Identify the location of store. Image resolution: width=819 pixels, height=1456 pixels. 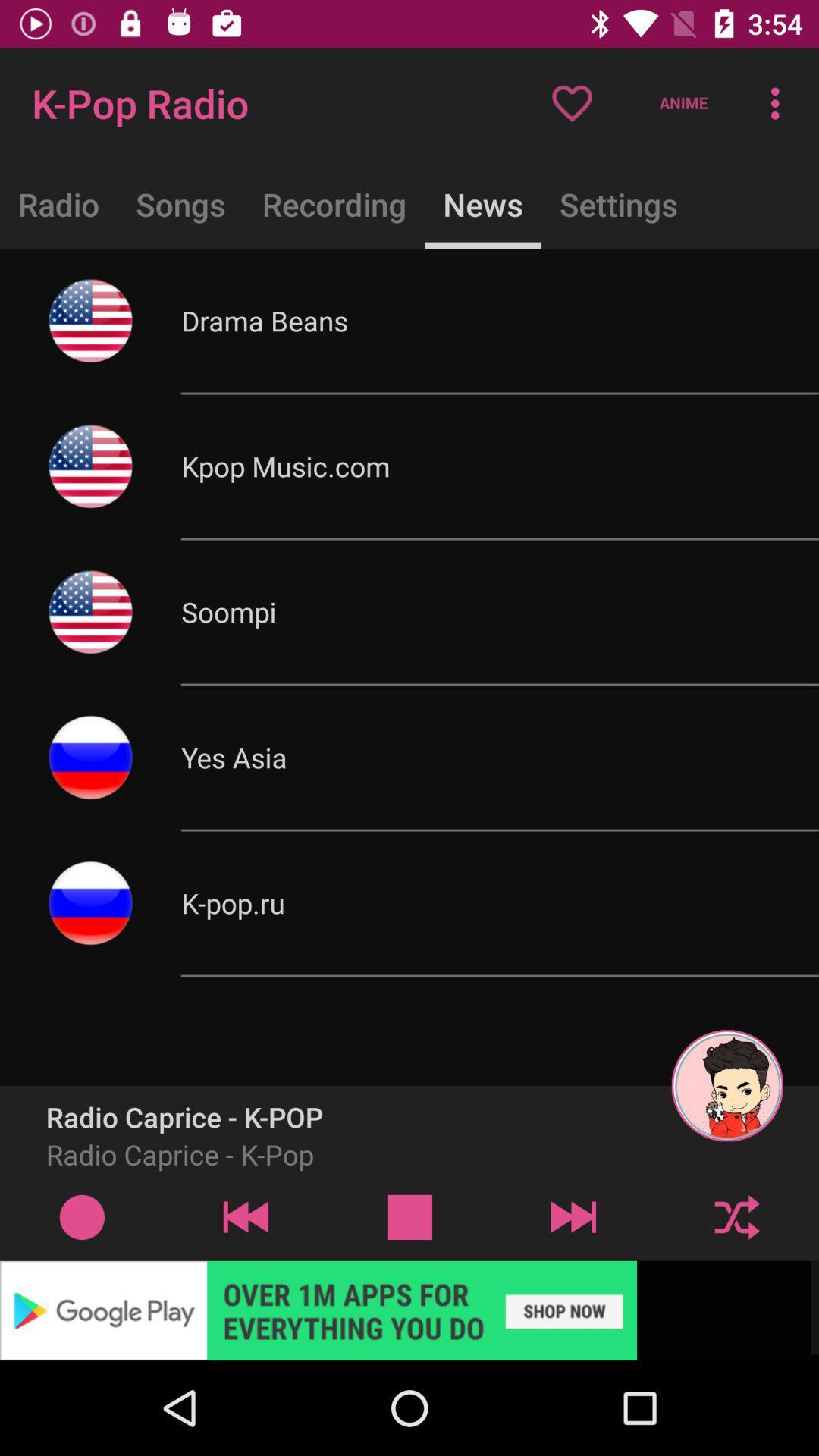
(409, 1310).